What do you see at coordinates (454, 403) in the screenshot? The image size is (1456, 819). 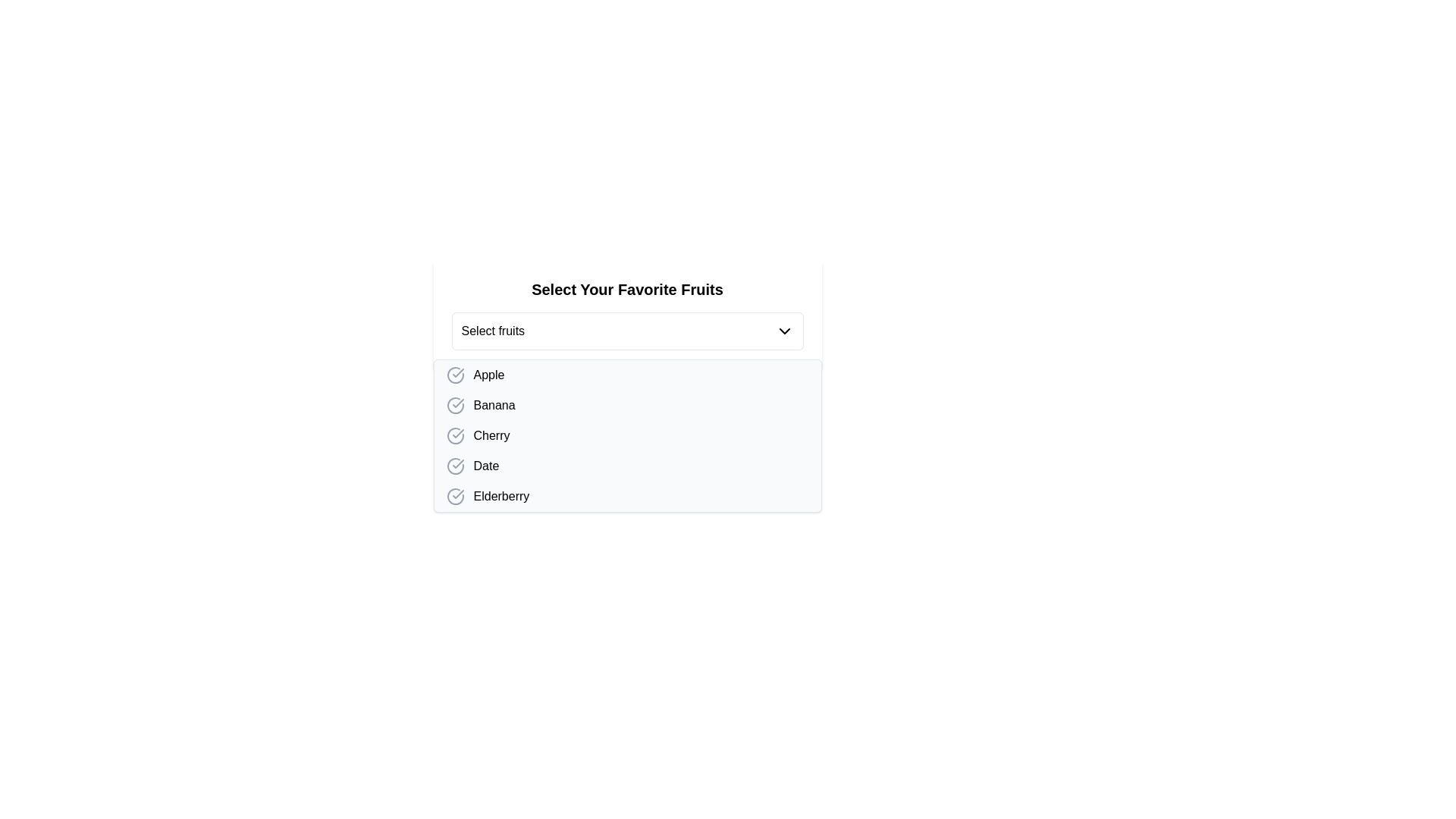 I see `the graphical selection indicator (checked state) associated with the list item 'Banana' to confirm its selection` at bounding box center [454, 403].